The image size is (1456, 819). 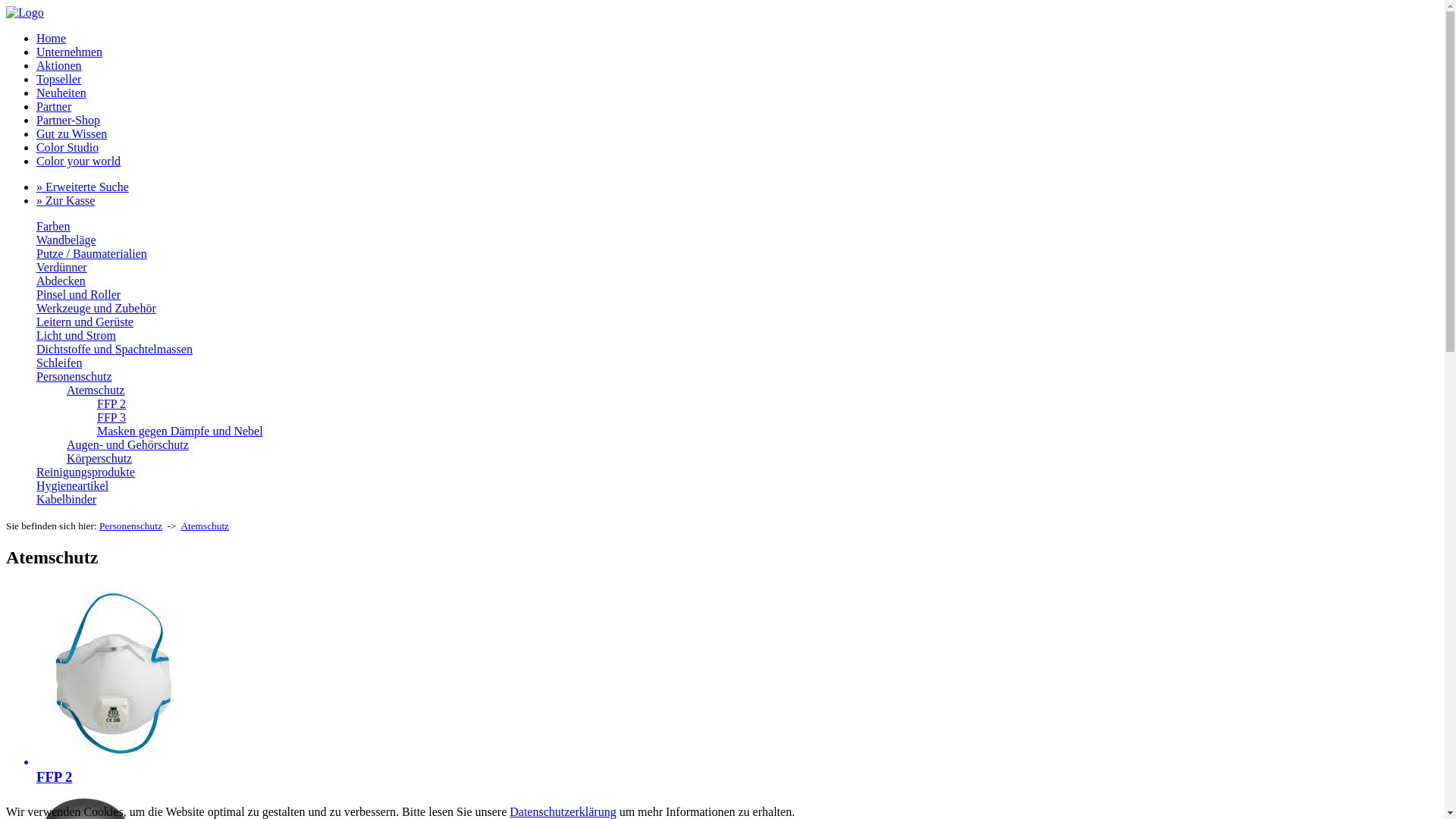 What do you see at coordinates (113, 349) in the screenshot?
I see `'Dichtstoffe und Spachtelmassen'` at bounding box center [113, 349].